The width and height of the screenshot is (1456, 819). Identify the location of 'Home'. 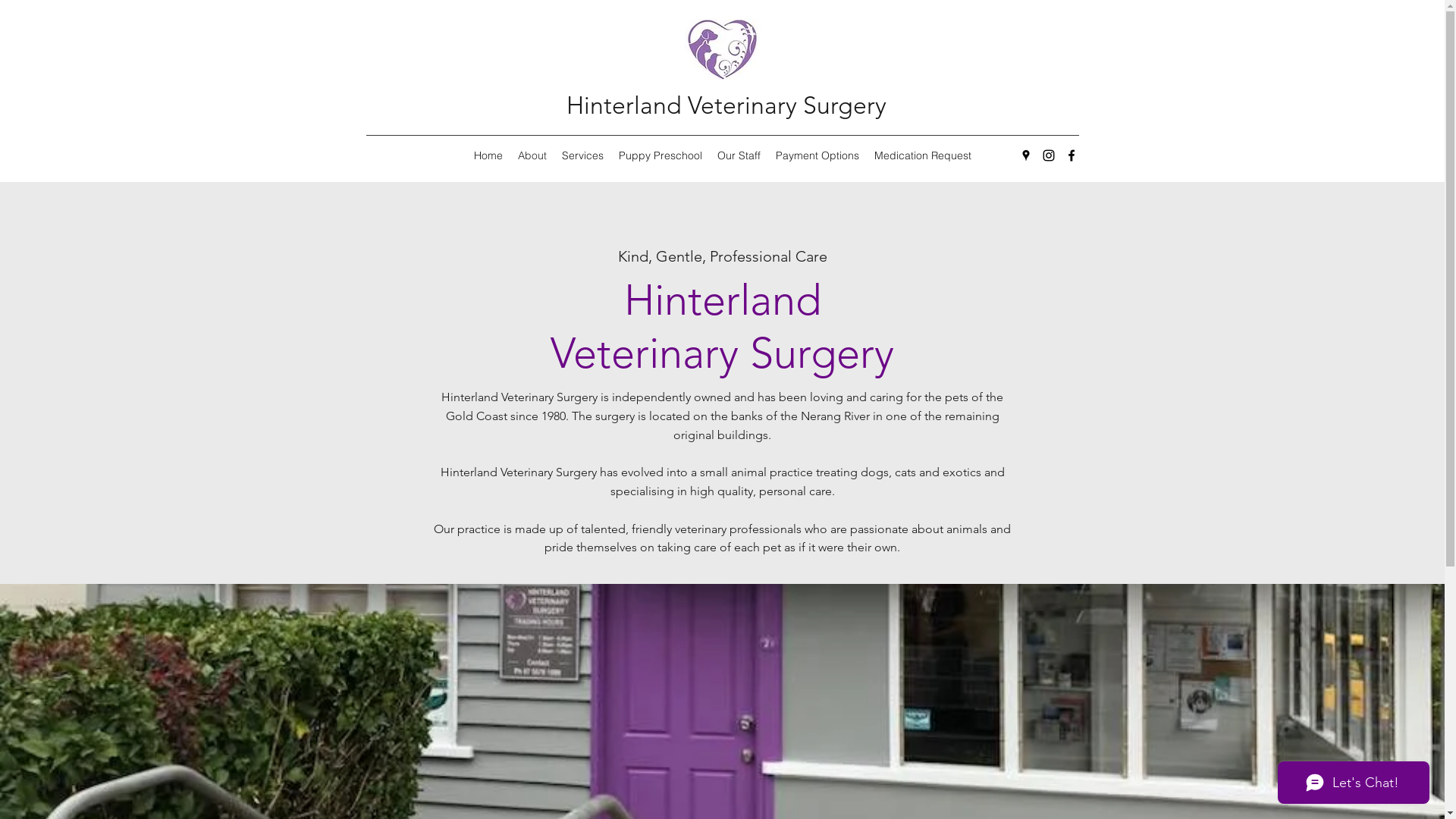
(465, 155).